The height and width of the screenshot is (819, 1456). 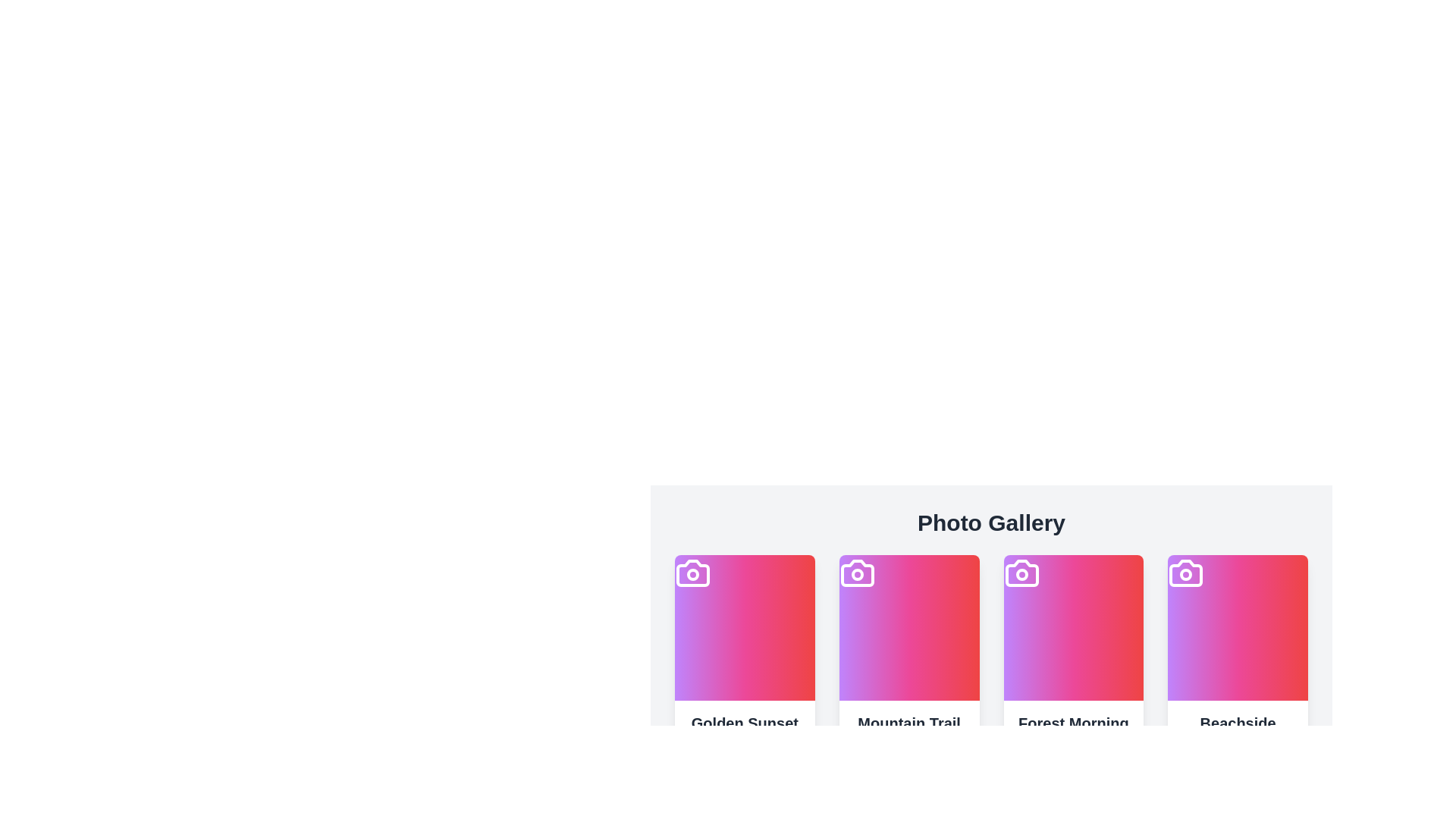 What do you see at coordinates (857, 575) in the screenshot?
I see `the decorative circle representing the camera lens in the second photo card of the grid for 'Mountain Trail'` at bounding box center [857, 575].